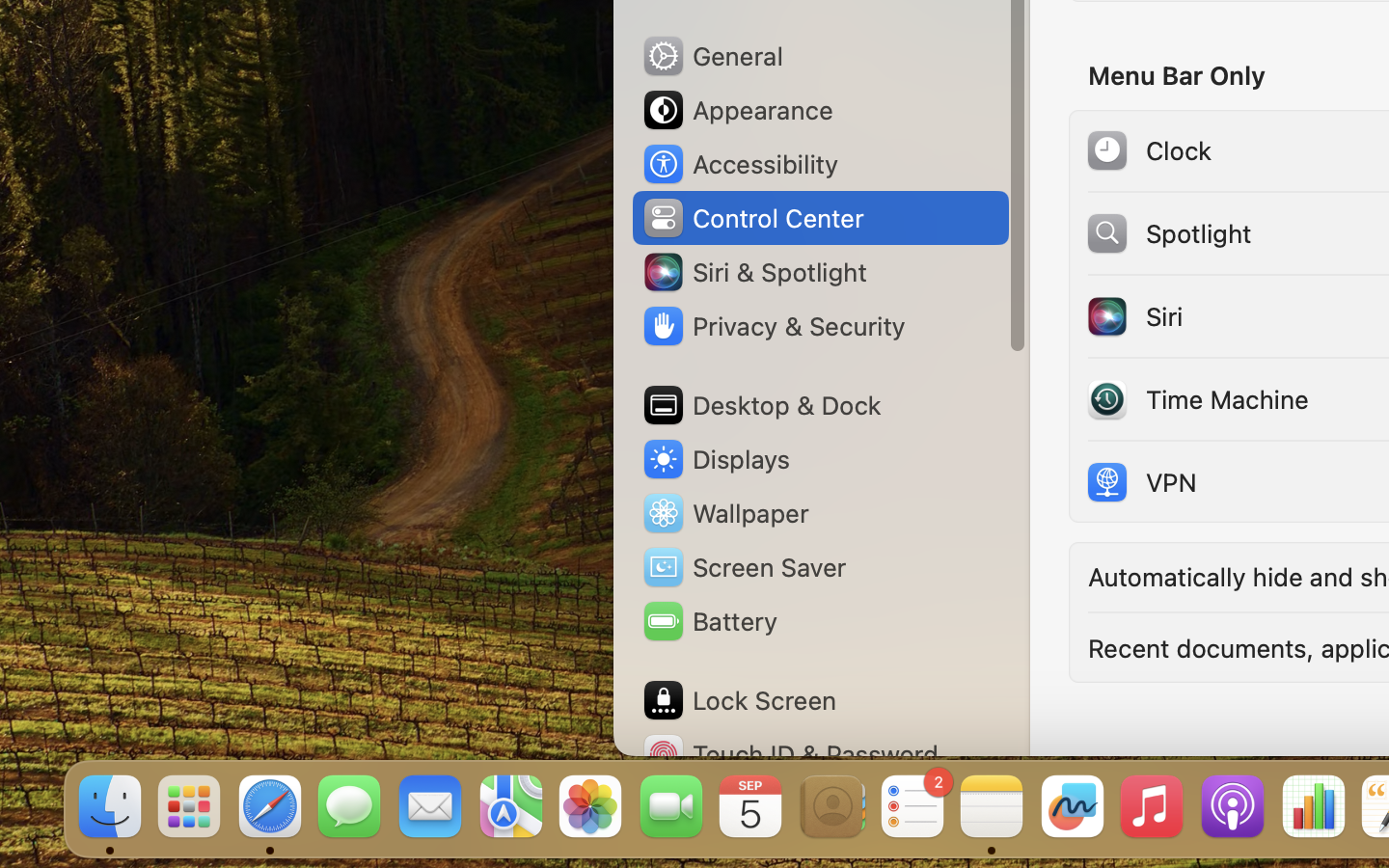  Describe the element at coordinates (790, 753) in the screenshot. I see `'Touch ID & Password'` at that location.